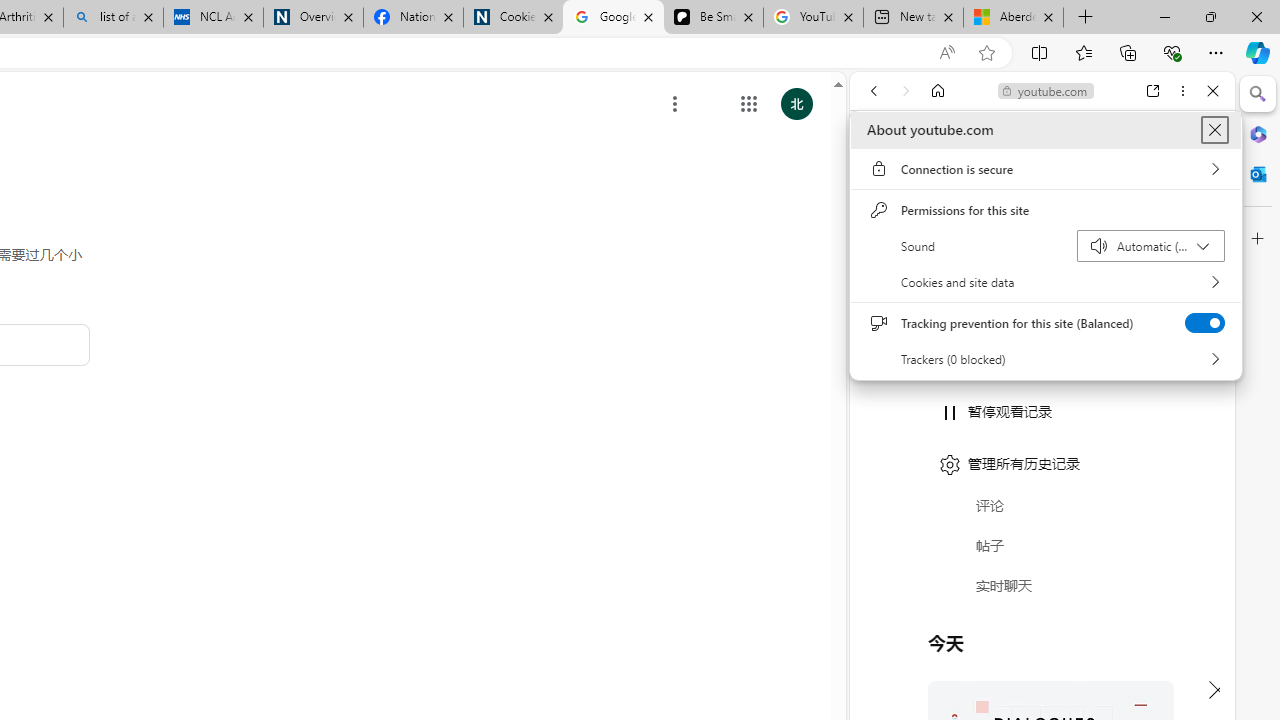  I want to click on 'Connection is secure', so click(1045, 168).